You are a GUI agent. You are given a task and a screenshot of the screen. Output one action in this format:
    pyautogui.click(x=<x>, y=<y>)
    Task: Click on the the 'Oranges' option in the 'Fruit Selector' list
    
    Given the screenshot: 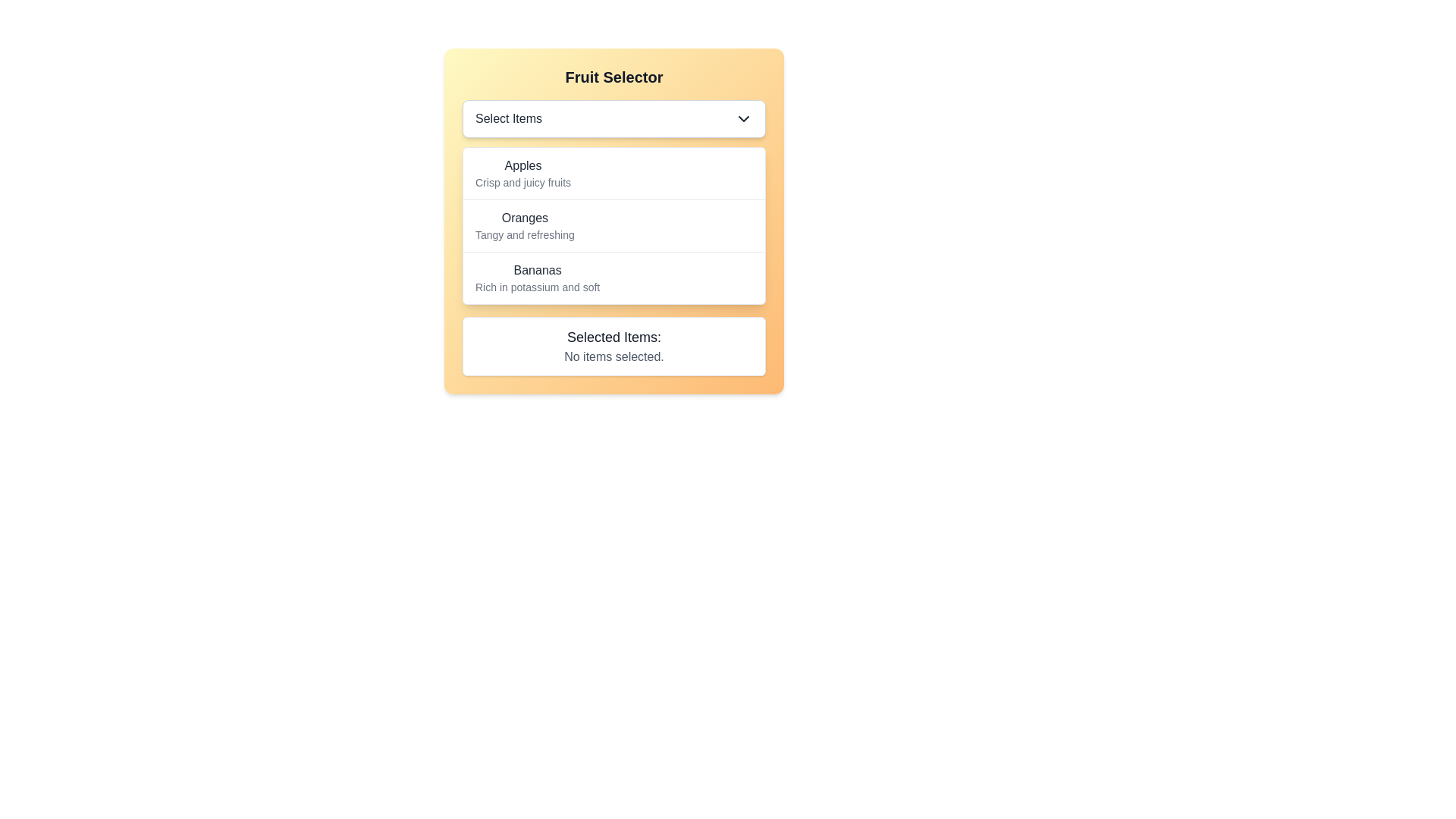 What is the action you would take?
    pyautogui.click(x=614, y=225)
    